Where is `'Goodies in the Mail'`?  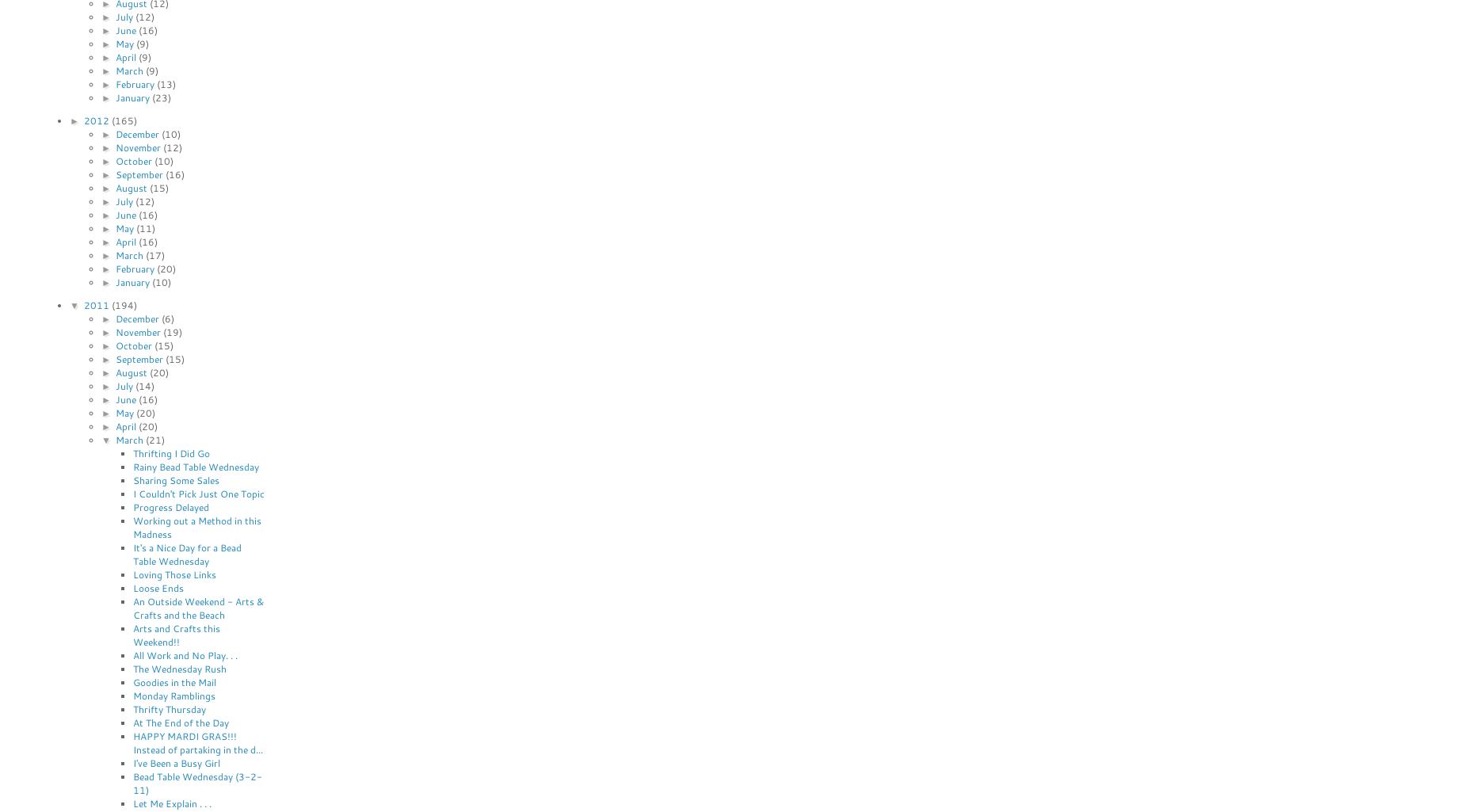 'Goodies in the Mail' is located at coordinates (174, 681).